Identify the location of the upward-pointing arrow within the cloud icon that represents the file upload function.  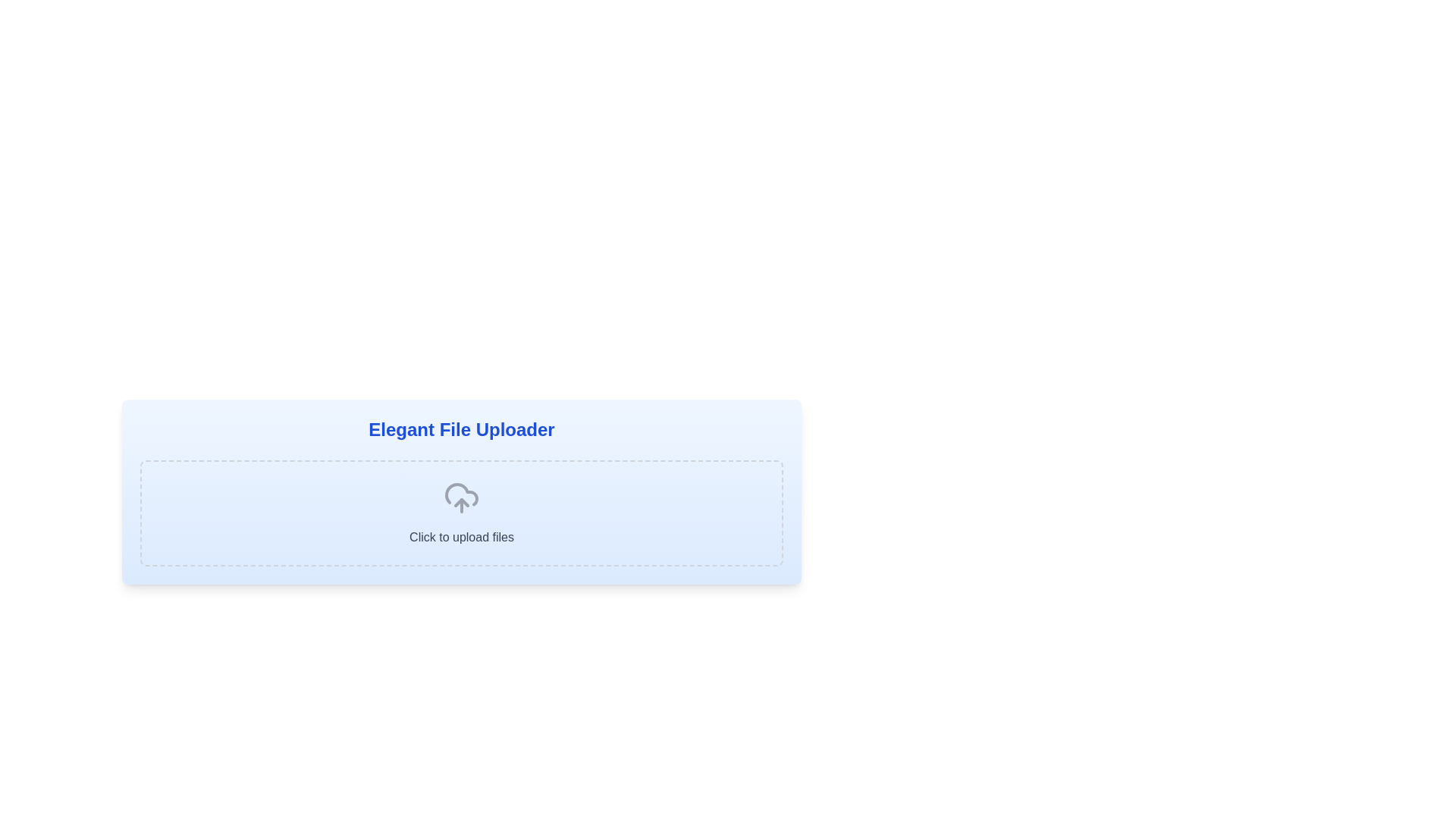
(461, 503).